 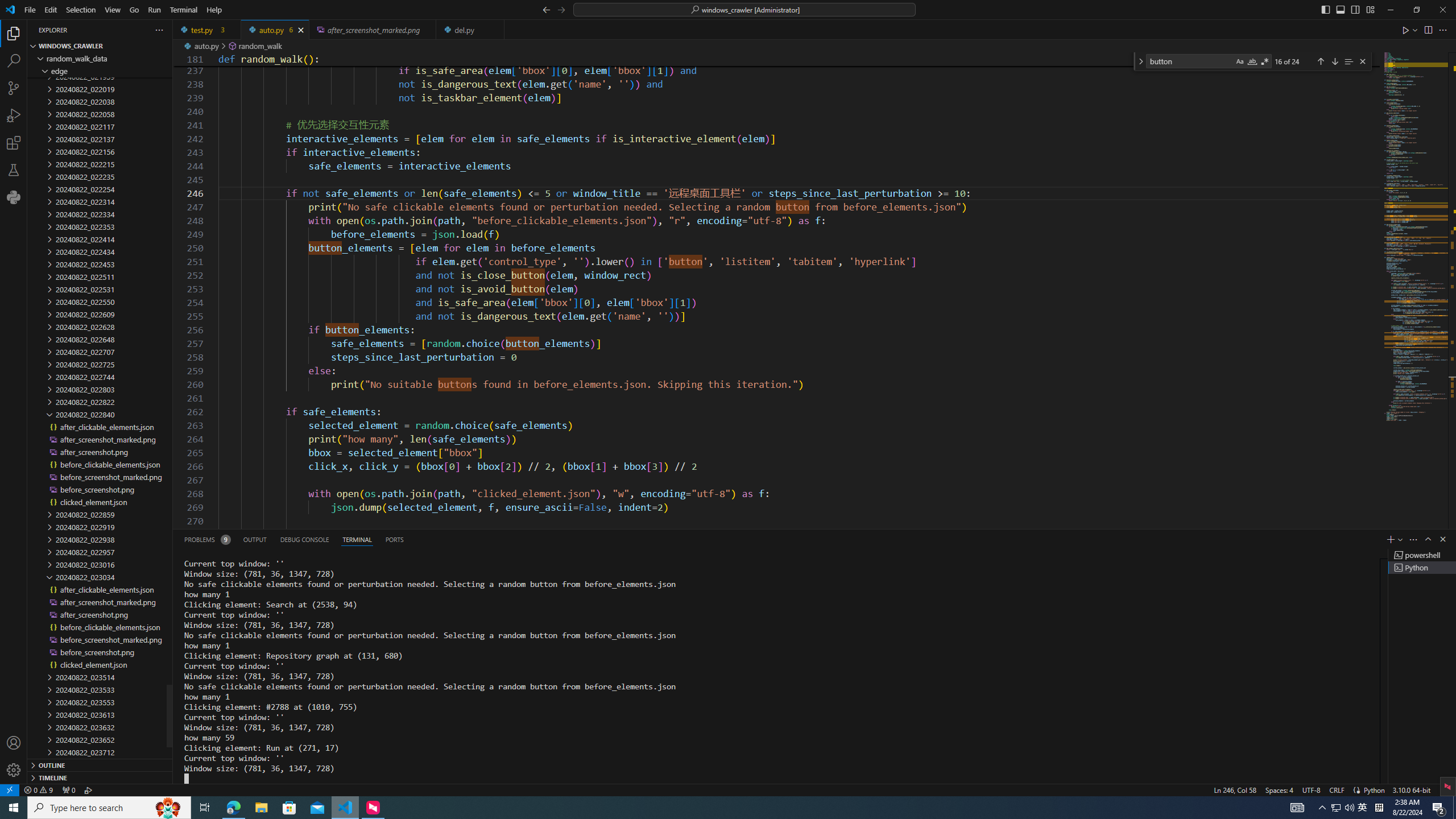 I want to click on 'Extensions (Ctrl+Shift+X)', so click(x=14, y=142).